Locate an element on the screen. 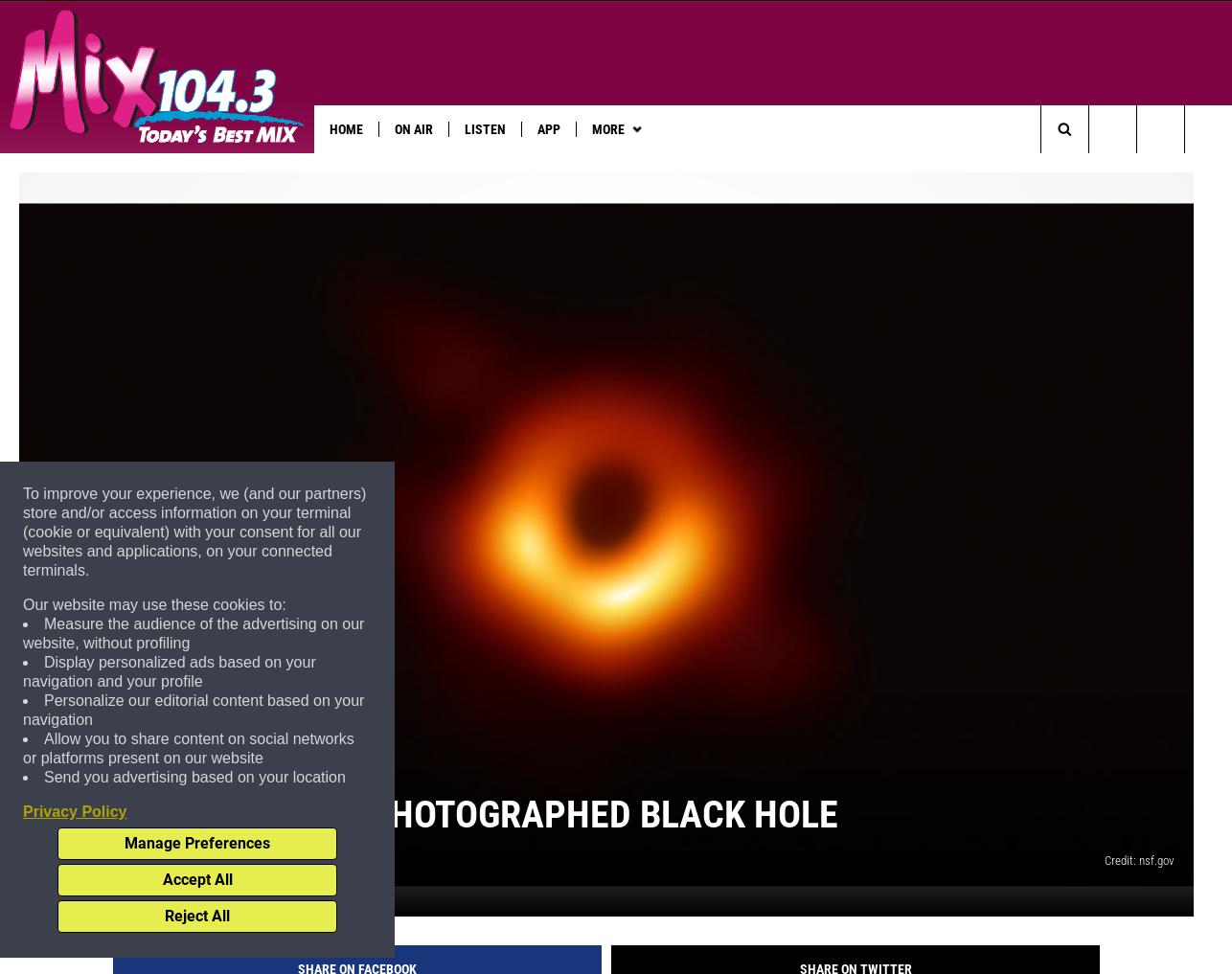 The height and width of the screenshot is (974, 1232). 'See the First Ever Photographed Black Hole' is located at coordinates (37, 845).